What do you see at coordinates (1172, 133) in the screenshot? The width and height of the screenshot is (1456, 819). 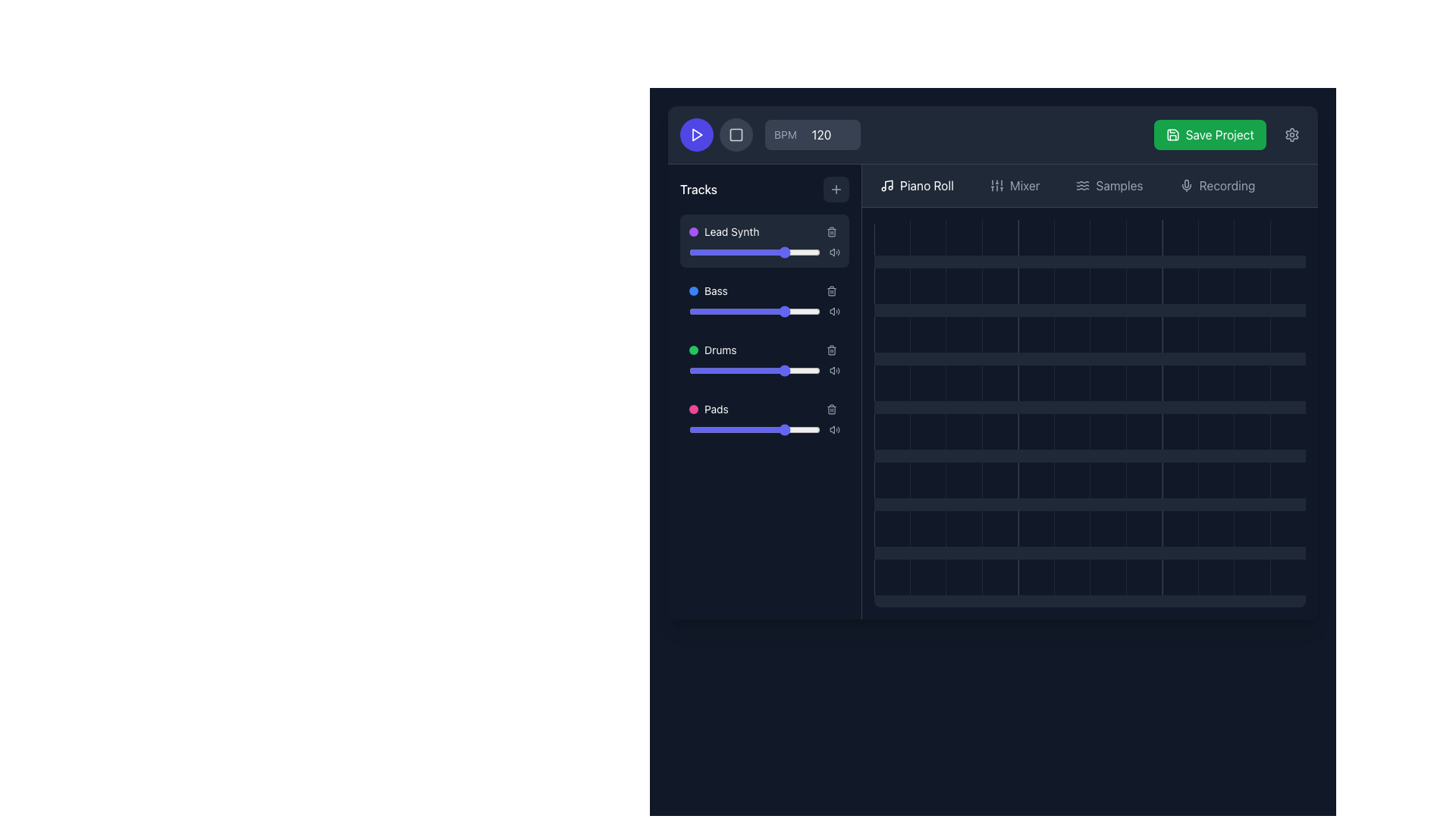 I see `the 'save' icon within the 'Save Project' button located at the top-right corner of the interface` at bounding box center [1172, 133].